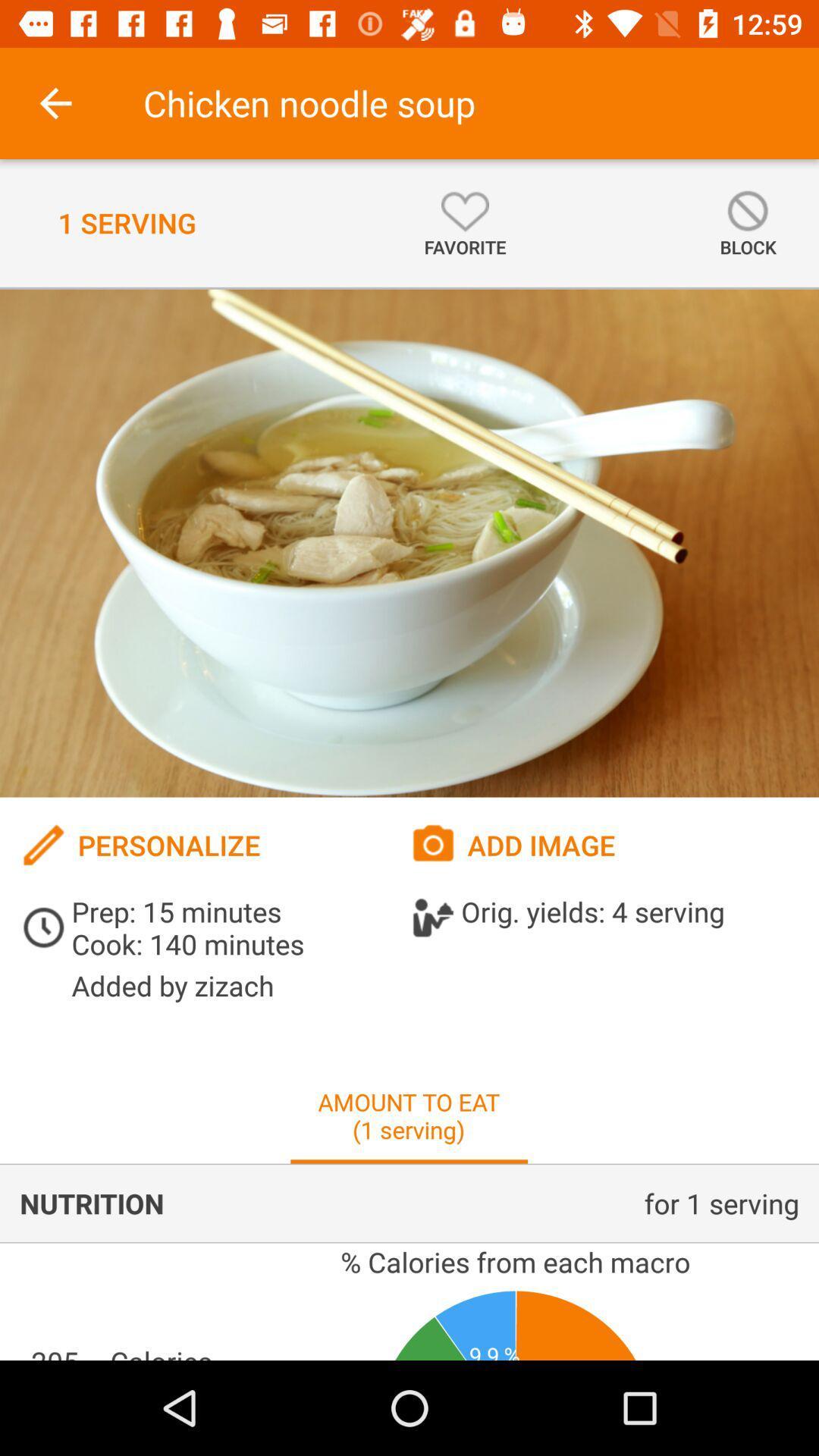  Describe the element at coordinates (747, 222) in the screenshot. I see `the block icon` at that location.